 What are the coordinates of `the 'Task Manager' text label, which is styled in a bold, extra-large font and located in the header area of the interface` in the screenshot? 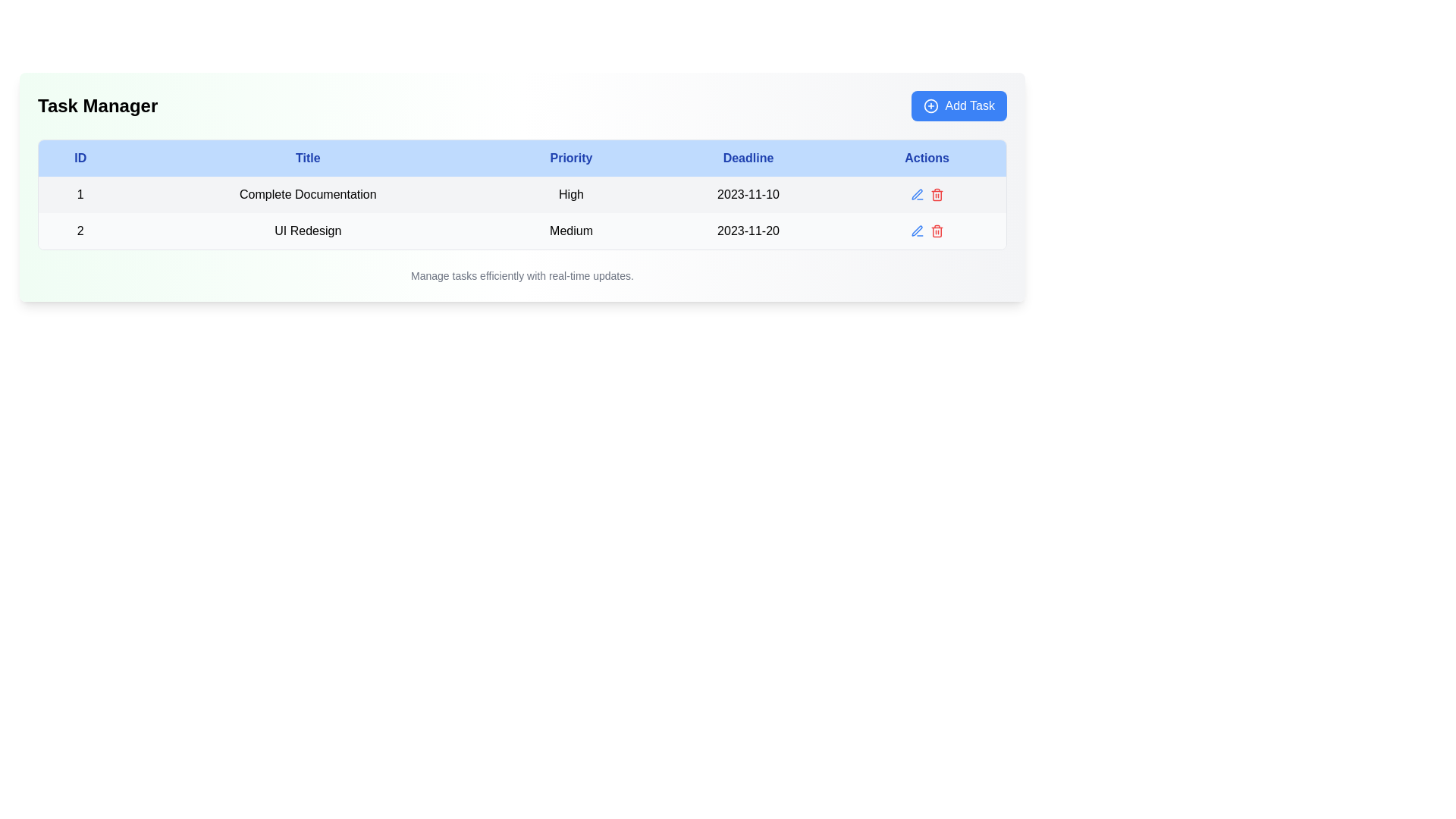 It's located at (97, 105).